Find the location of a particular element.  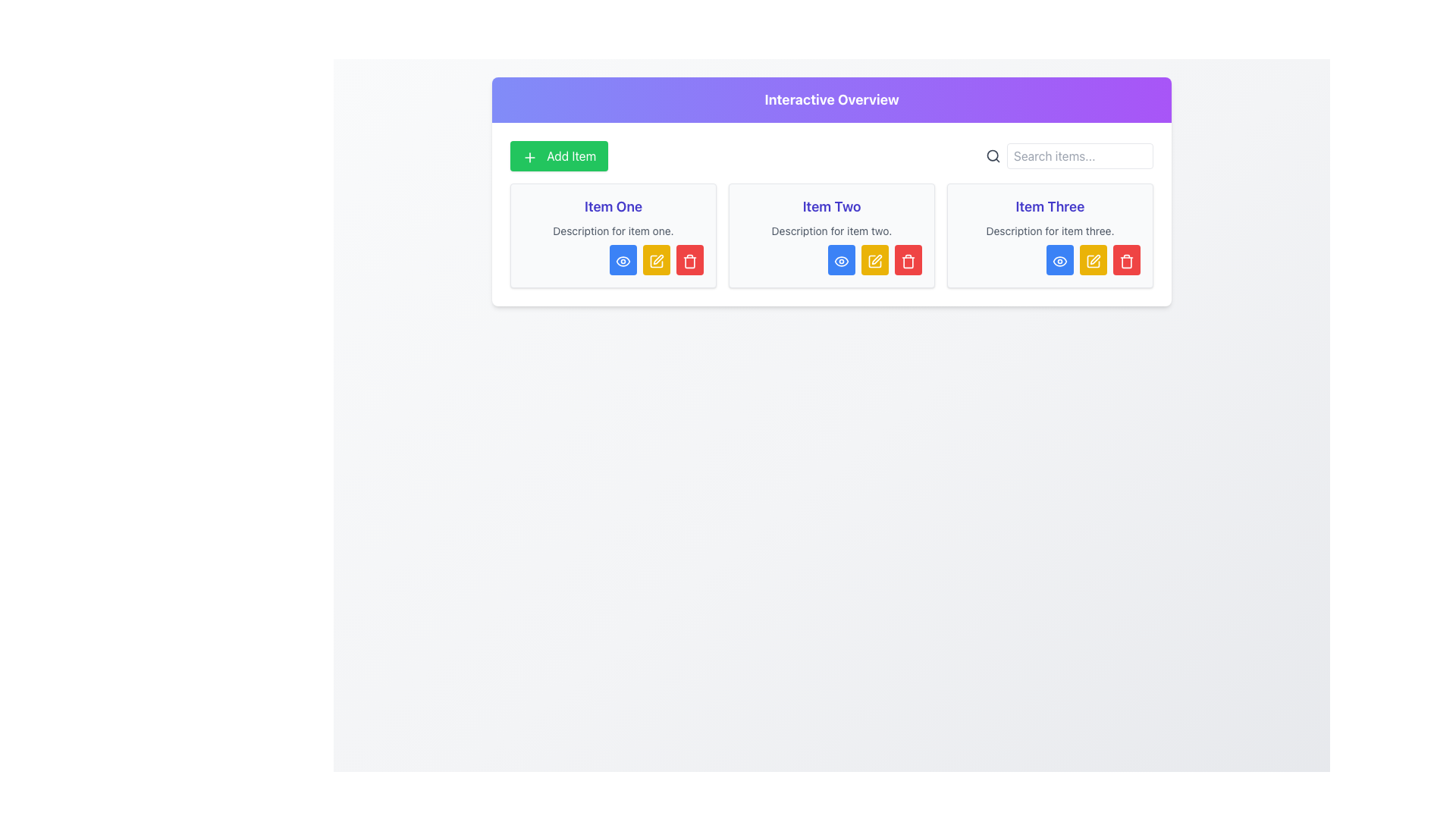

the pen icon within the button group of the 'Item One' card to initiate editing is located at coordinates (658, 259).